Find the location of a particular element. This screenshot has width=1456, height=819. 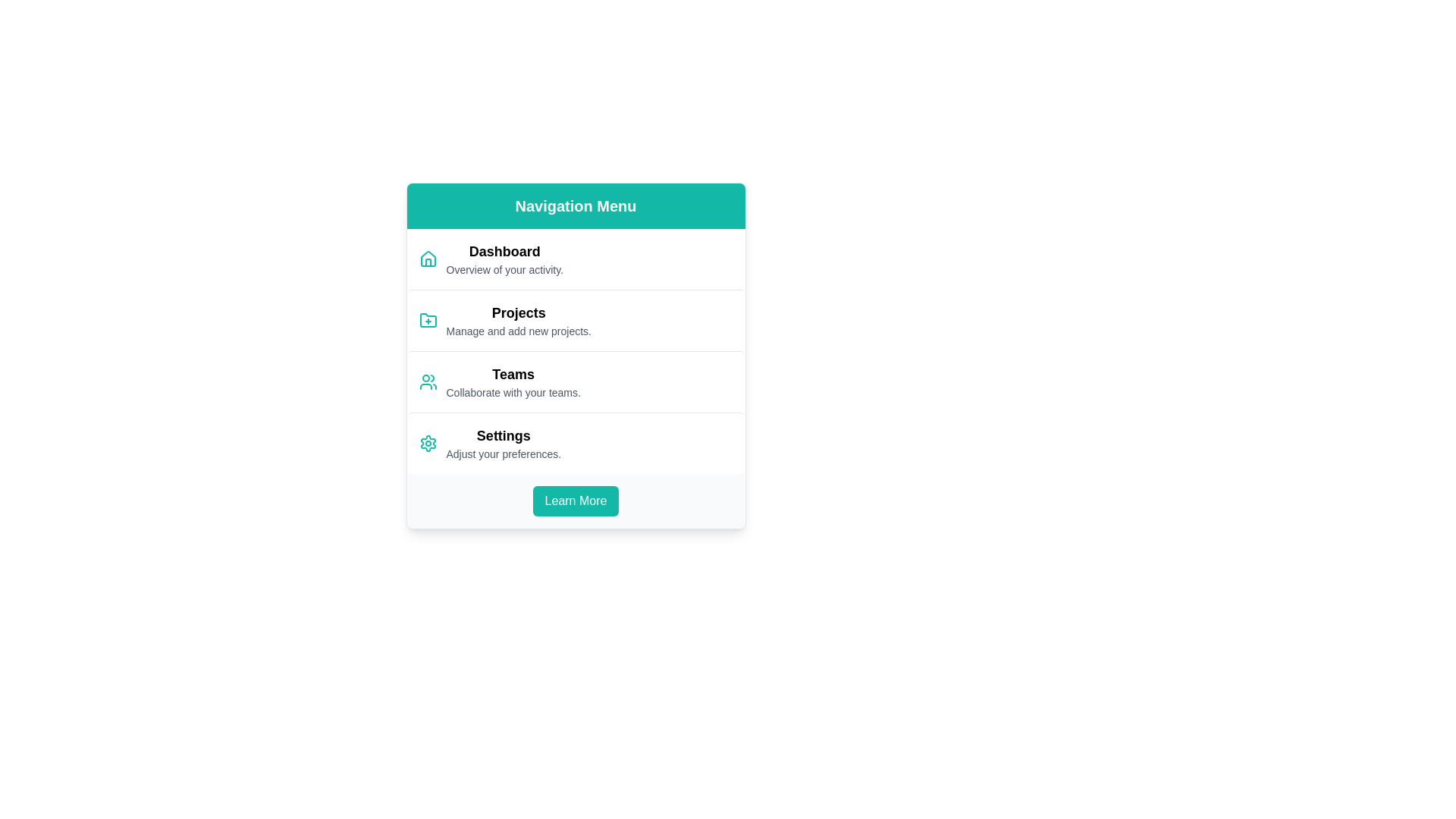

the folder icon with a plus symbol in the navigation menu, which represents 'Projects' is located at coordinates (427, 319).